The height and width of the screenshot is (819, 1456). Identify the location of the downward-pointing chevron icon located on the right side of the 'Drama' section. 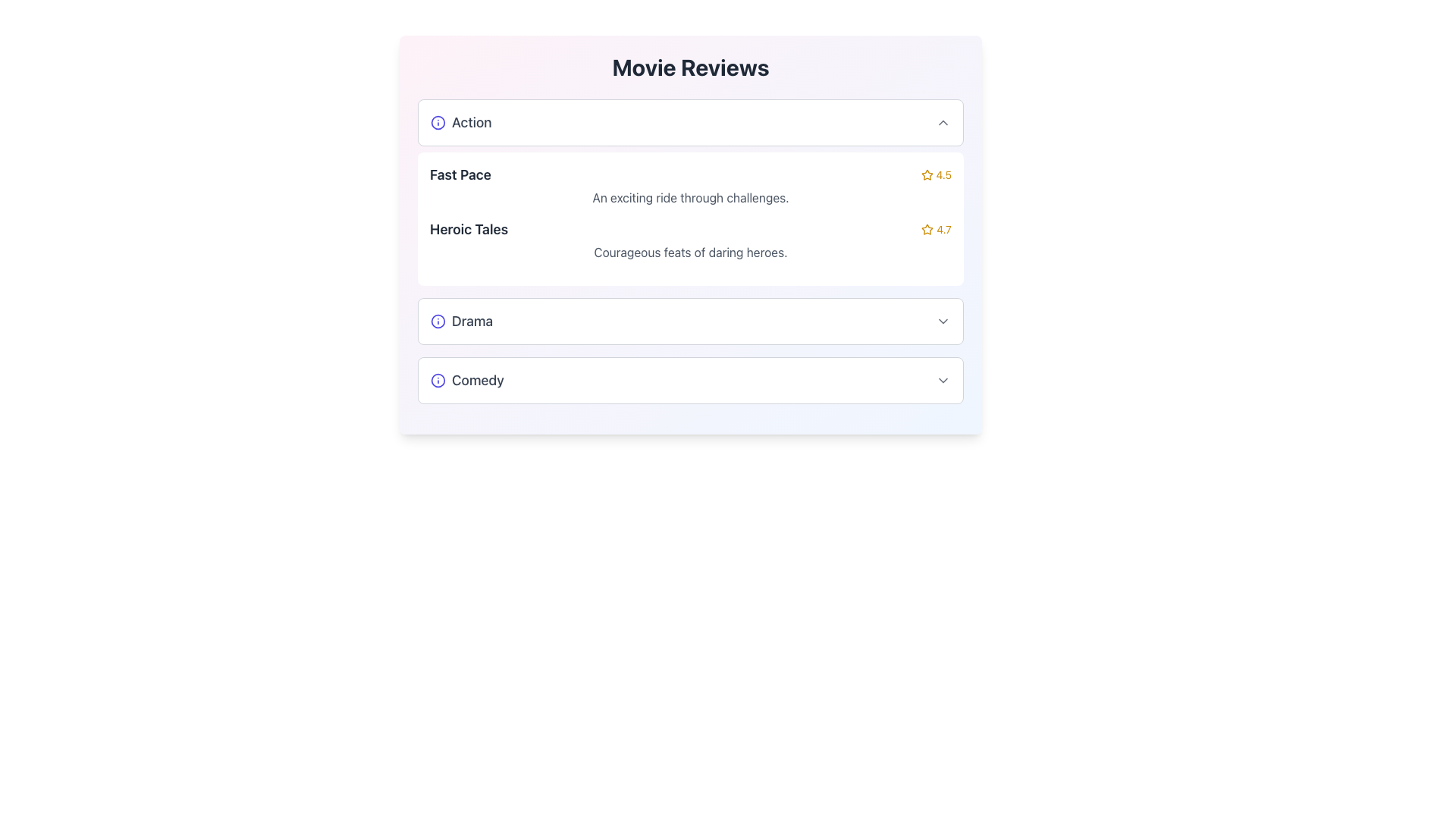
(942, 321).